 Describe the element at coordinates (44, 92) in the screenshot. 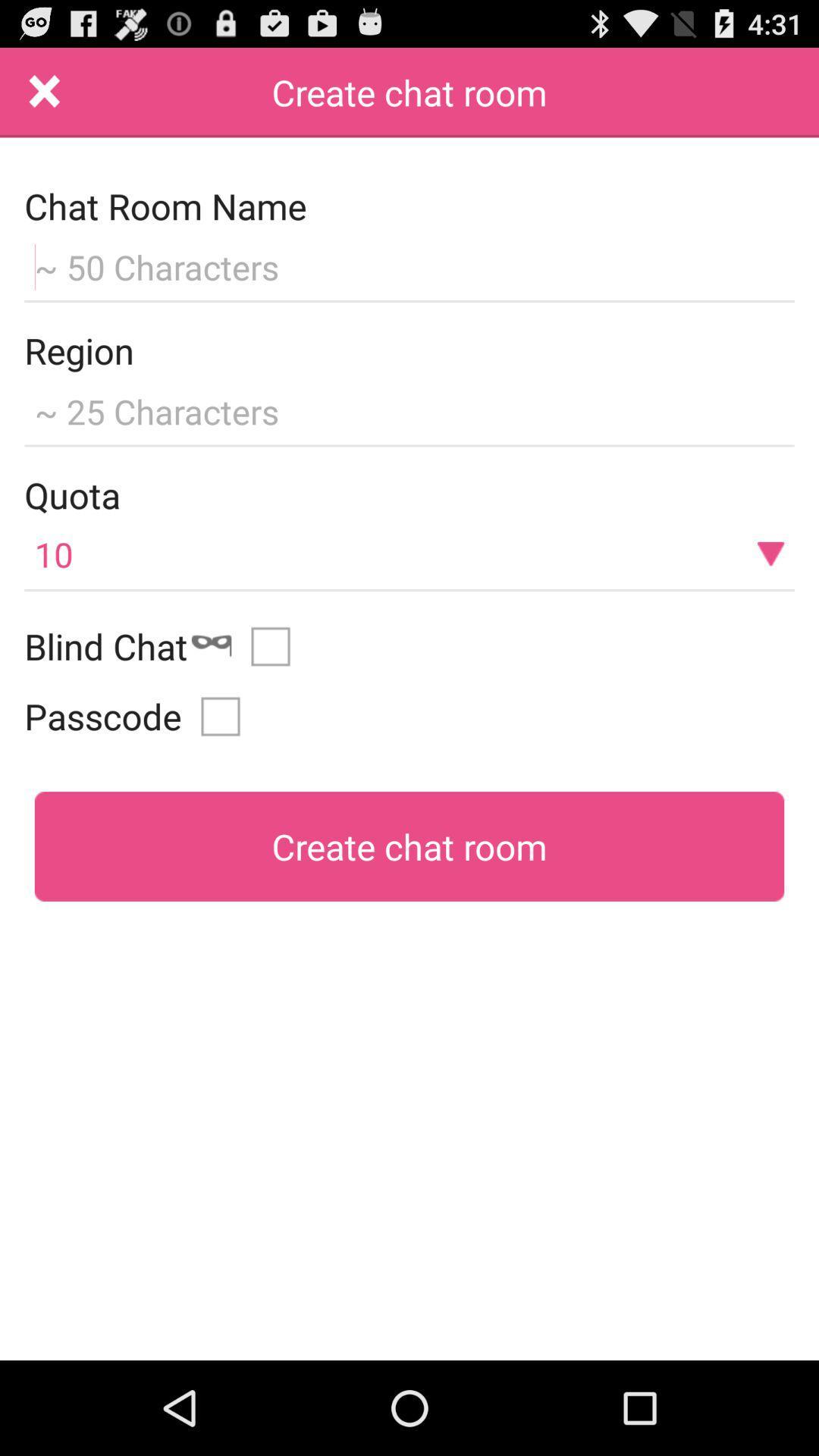

I see `exit` at that location.